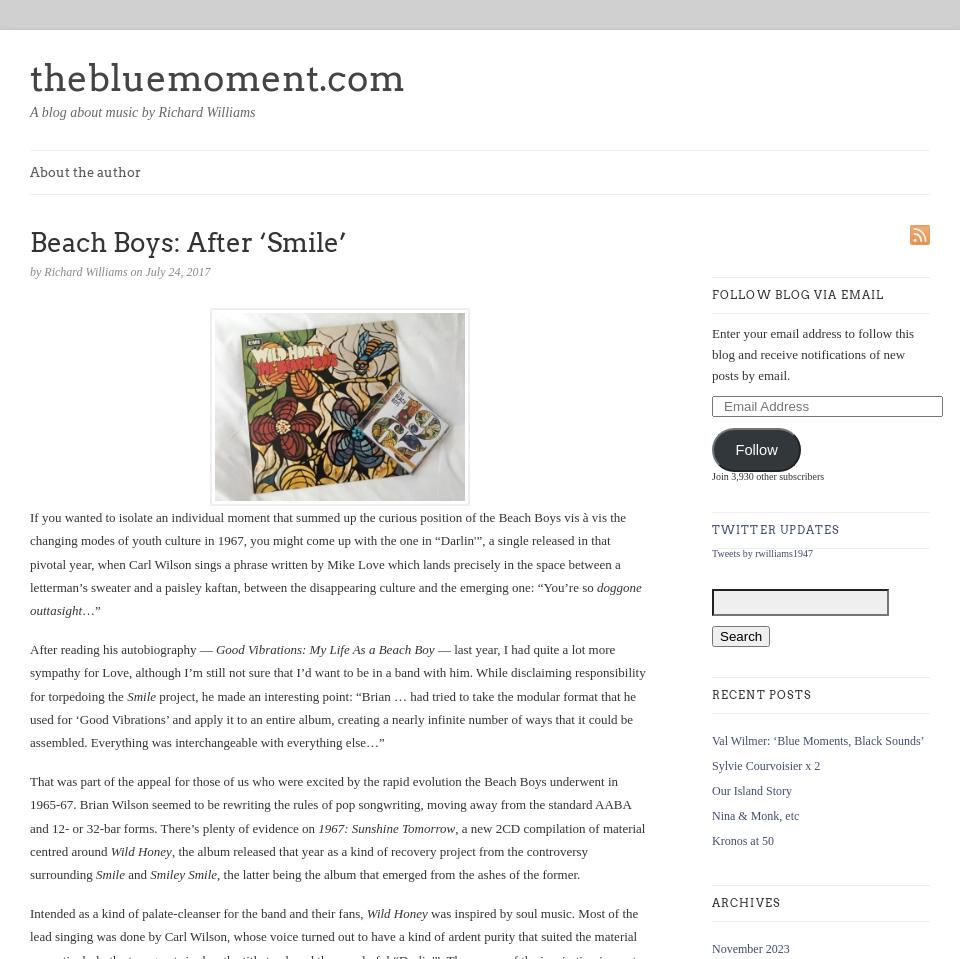 This screenshot has width=960, height=959. Describe the element at coordinates (324, 648) in the screenshot. I see `'Good Vibrations: My Life As a Beach Boy'` at that location.